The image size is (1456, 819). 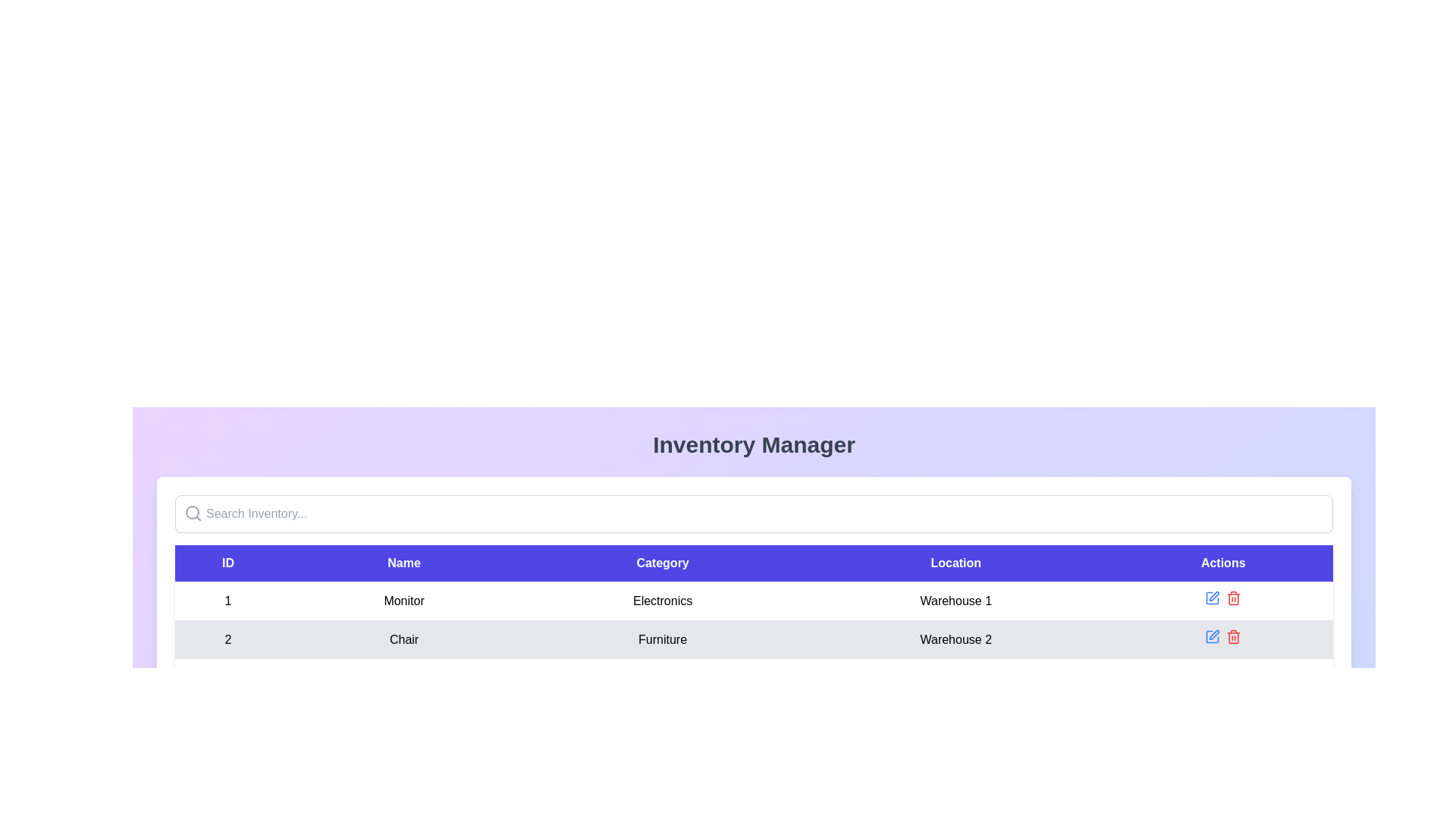 What do you see at coordinates (663, 600) in the screenshot?
I see `text label indicating that the item 'Monitor' belongs to the 'Electronics' category, located in the 'Category' column of the first data row in the inventory table` at bounding box center [663, 600].